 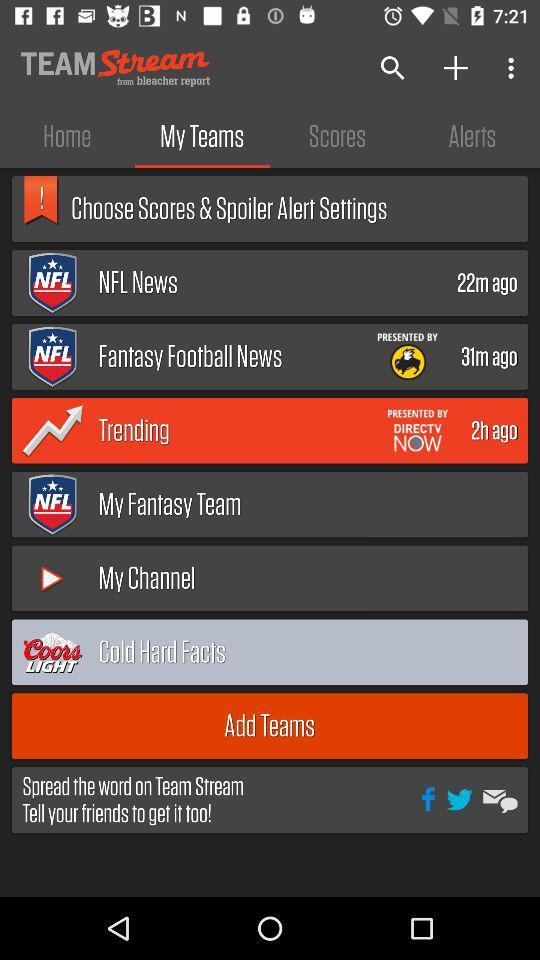 What do you see at coordinates (473, 651) in the screenshot?
I see `outline page` at bounding box center [473, 651].